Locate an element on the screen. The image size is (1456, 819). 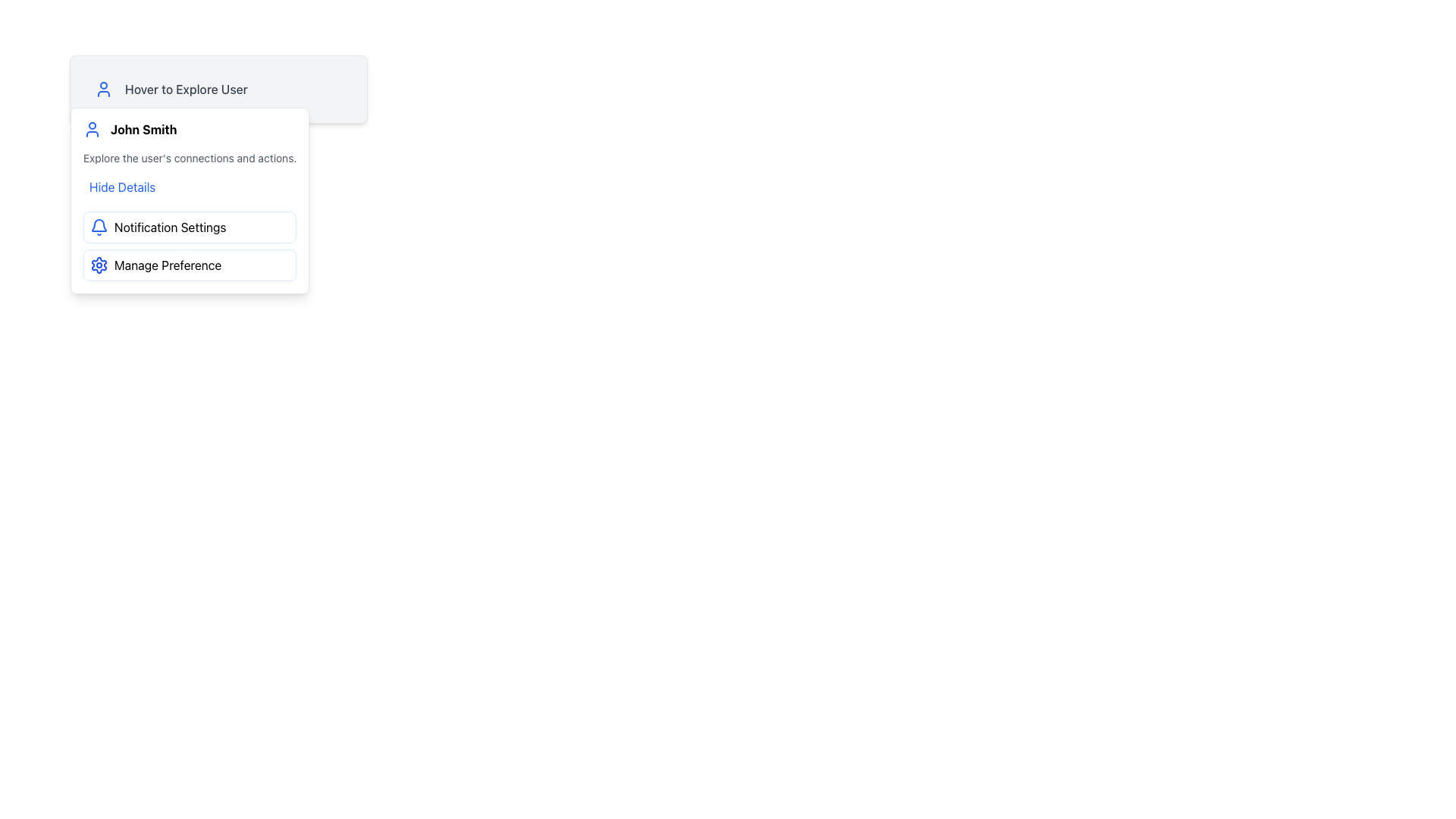
the gear icon located to the left of the 'Manage Preference' button is located at coordinates (98, 265).